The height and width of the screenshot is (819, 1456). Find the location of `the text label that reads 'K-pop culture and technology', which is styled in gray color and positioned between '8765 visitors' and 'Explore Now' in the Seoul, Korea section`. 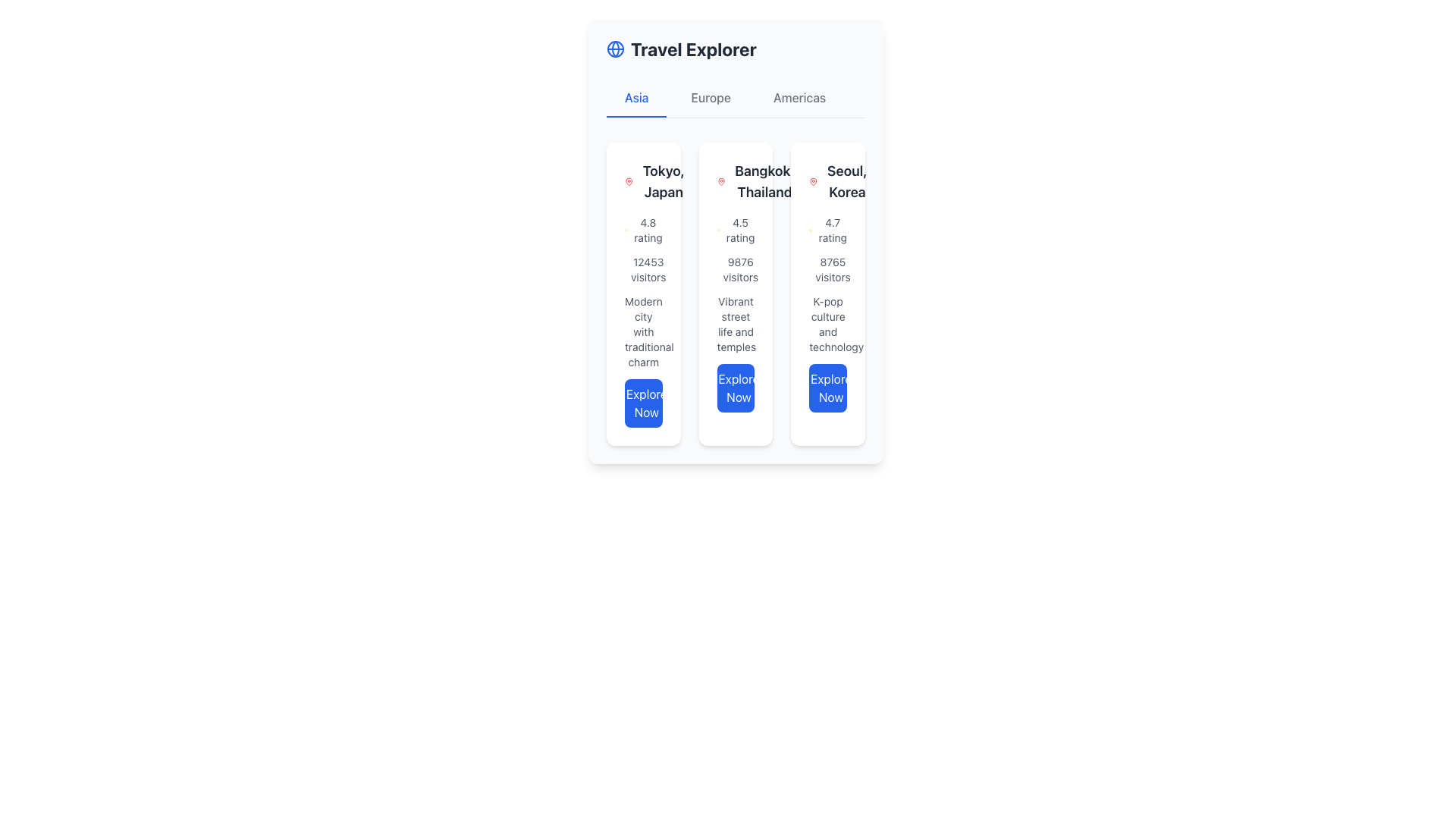

the text label that reads 'K-pop culture and technology', which is styled in gray color and positioned between '8765 visitors' and 'Explore Now' in the Seoul, Korea section is located at coordinates (827, 324).